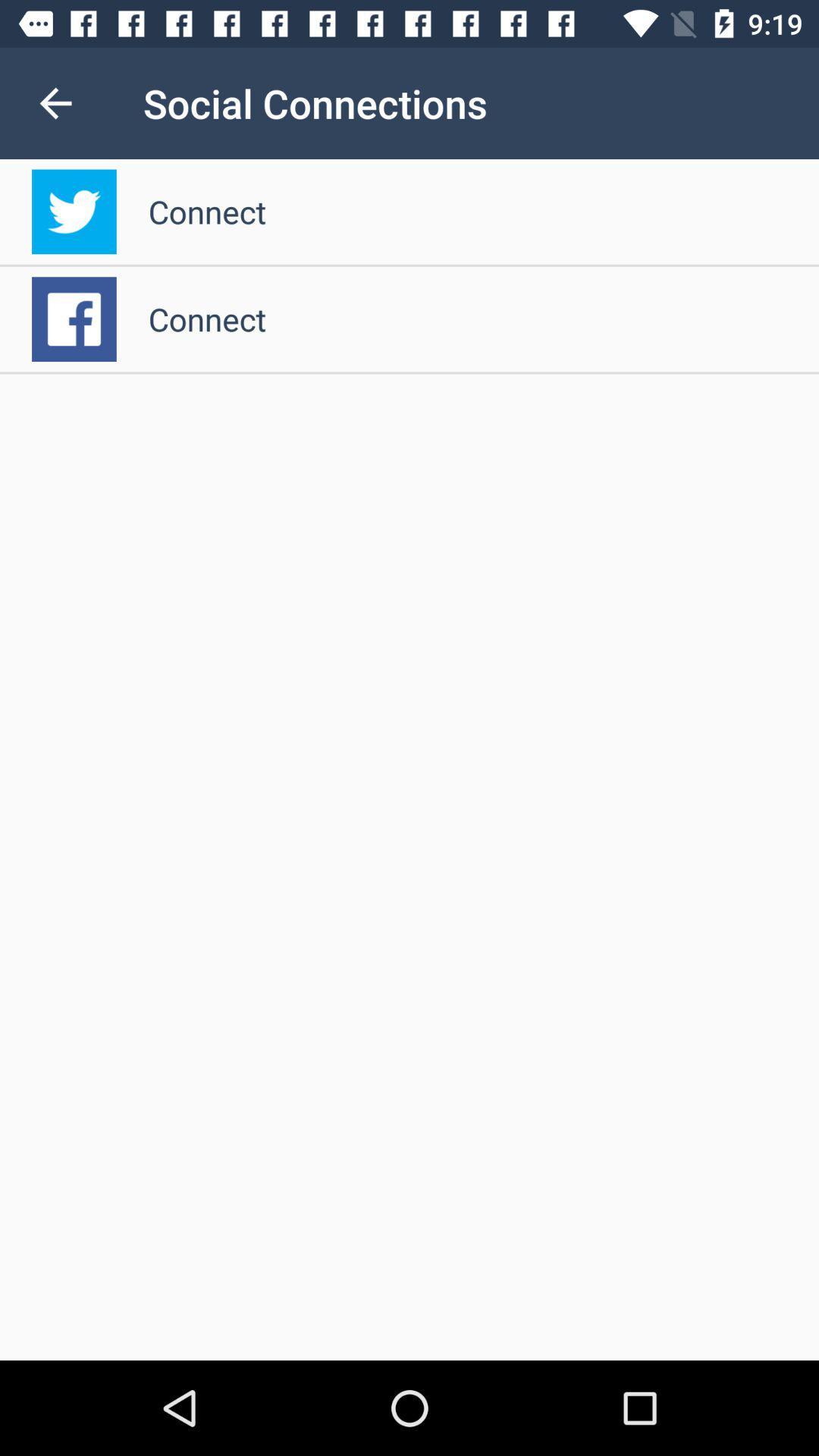 Image resolution: width=819 pixels, height=1456 pixels. I want to click on the item next to social connections icon, so click(55, 102).